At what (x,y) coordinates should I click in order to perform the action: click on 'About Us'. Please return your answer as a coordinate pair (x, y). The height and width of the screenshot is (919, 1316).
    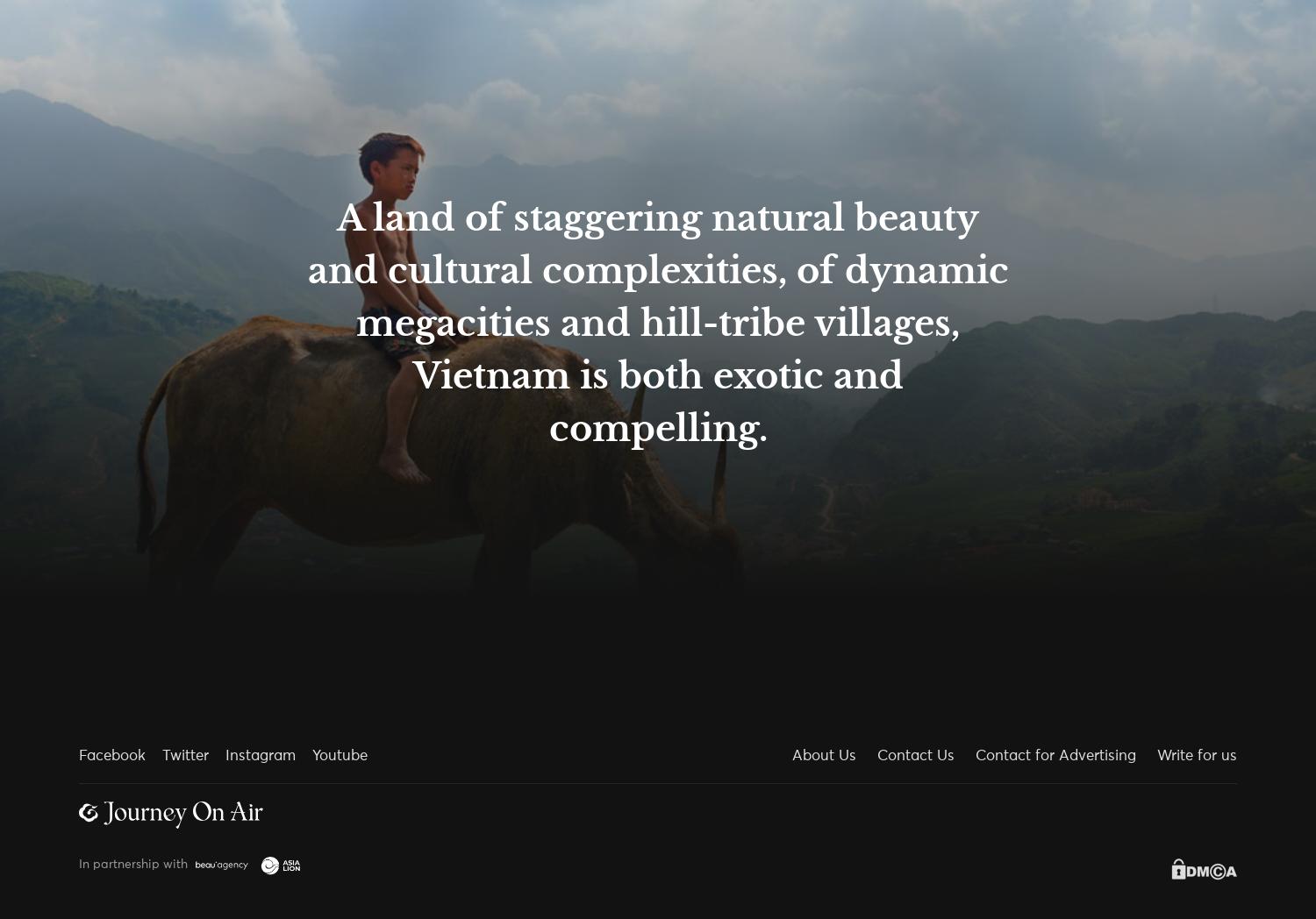
    Looking at the image, I should click on (823, 756).